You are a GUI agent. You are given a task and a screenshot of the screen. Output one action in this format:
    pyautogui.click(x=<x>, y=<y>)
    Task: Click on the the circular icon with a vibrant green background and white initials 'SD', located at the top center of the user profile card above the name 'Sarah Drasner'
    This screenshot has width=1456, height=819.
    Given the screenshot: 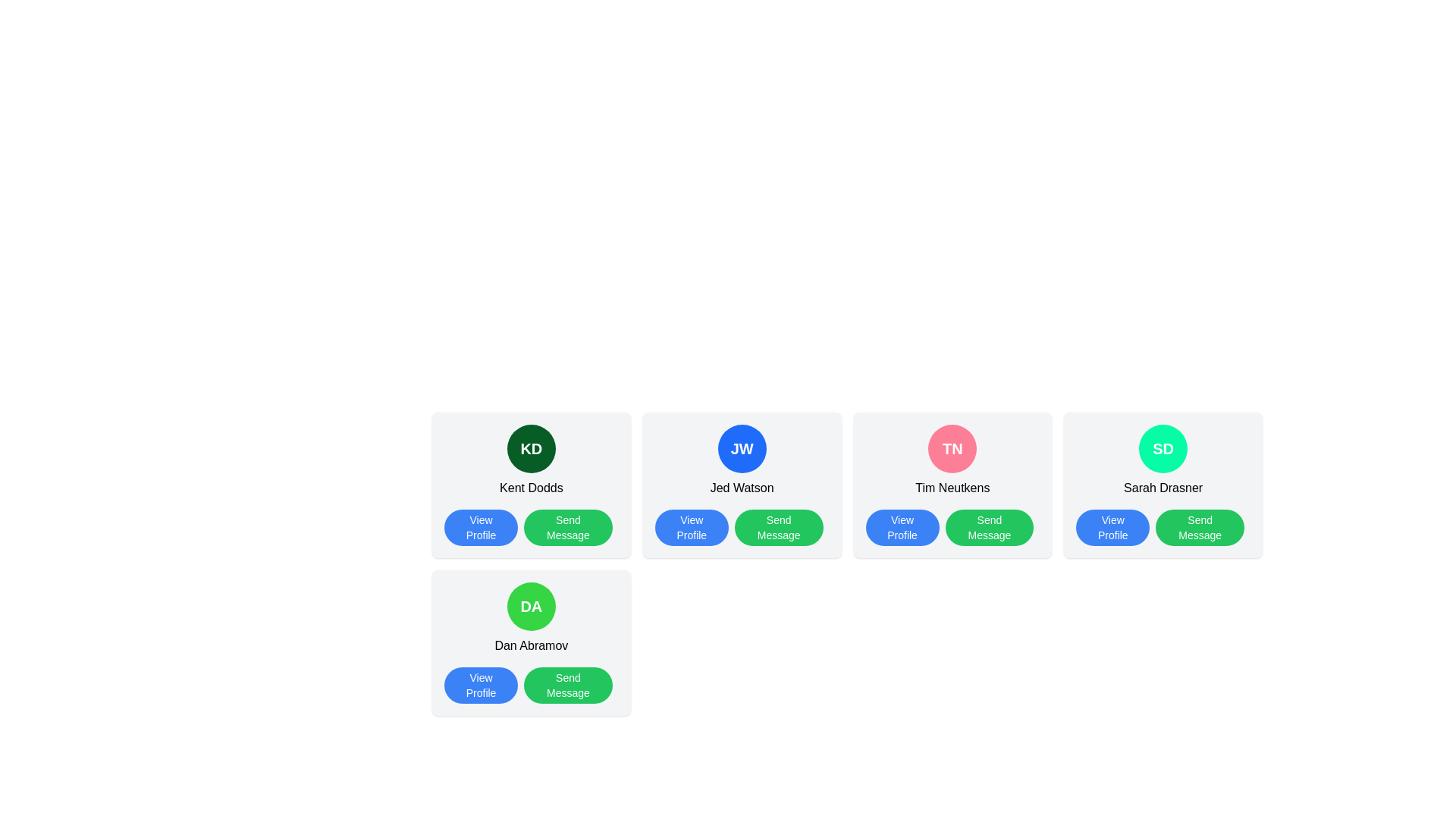 What is the action you would take?
    pyautogui.click(x=1163, y=447)
    